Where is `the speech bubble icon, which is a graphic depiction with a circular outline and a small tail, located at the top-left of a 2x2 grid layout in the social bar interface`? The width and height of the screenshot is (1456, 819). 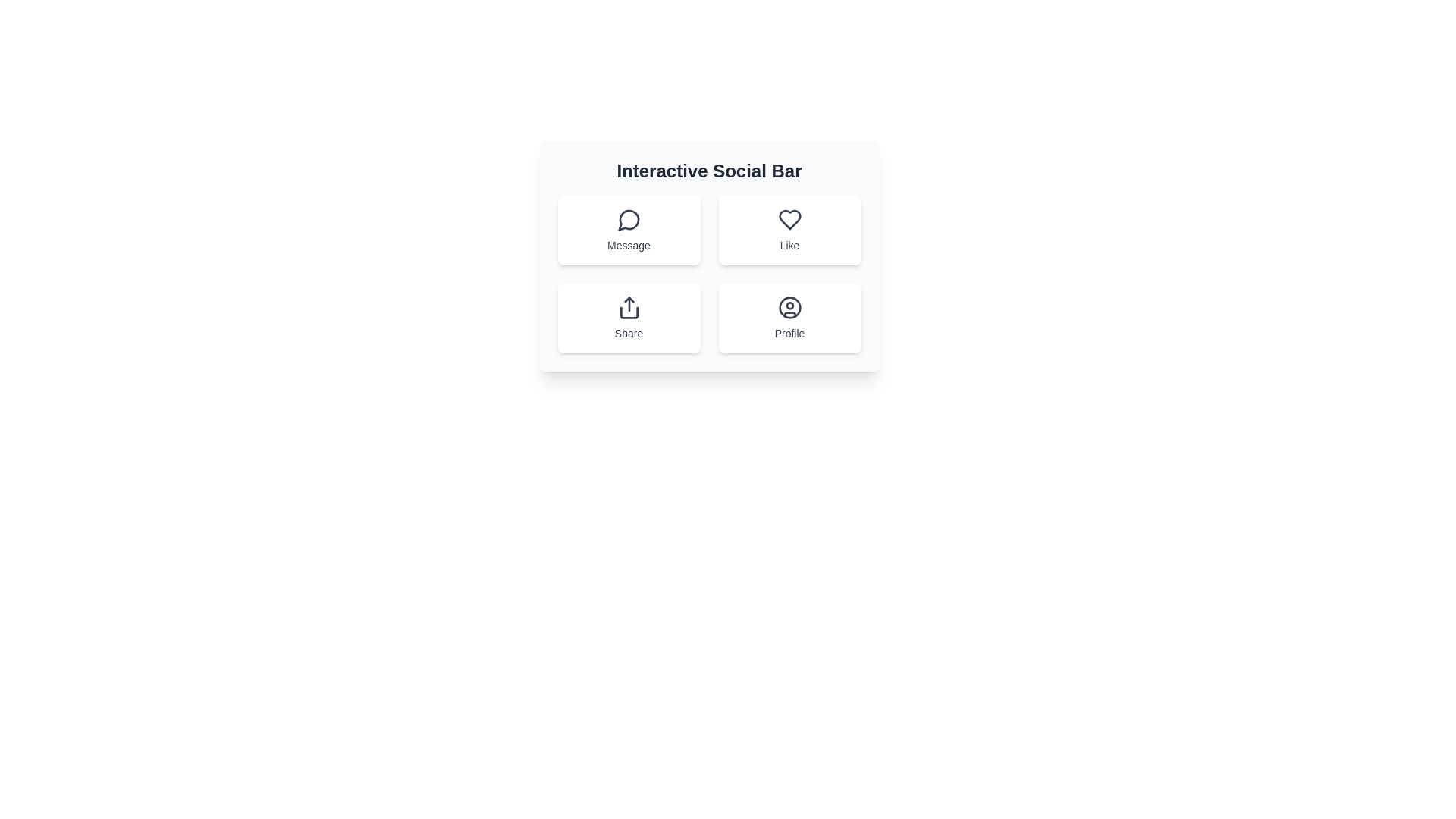 the speech bubble icon, which is a graphic depiction with a circular outline and a small tail, located at the top-left of a 2x2 grid layout in the social bar interface is located at coordinates (628, 220).